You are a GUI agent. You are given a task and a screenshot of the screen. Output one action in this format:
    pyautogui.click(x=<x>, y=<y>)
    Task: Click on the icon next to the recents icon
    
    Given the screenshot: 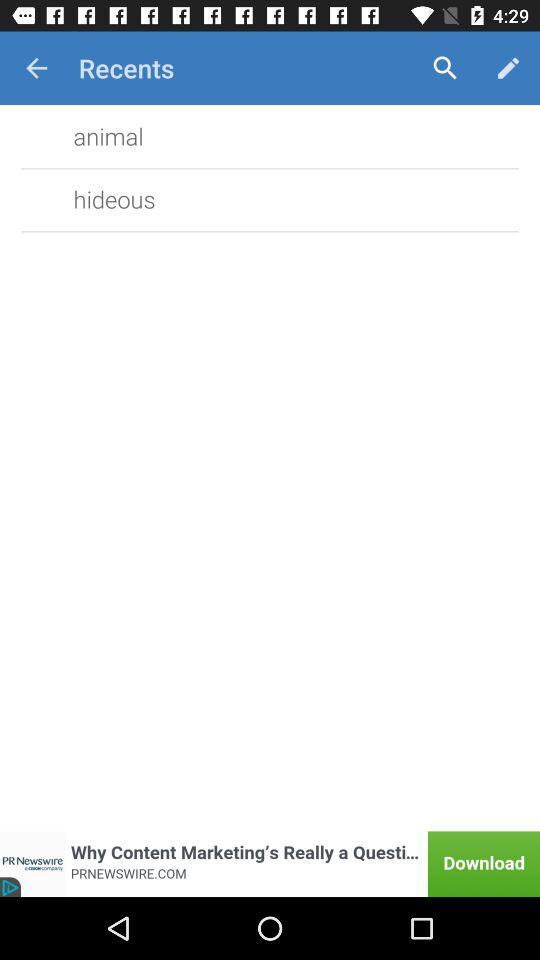 What is the action you would take?
    pyautogui.click(x=445, y=68)
    